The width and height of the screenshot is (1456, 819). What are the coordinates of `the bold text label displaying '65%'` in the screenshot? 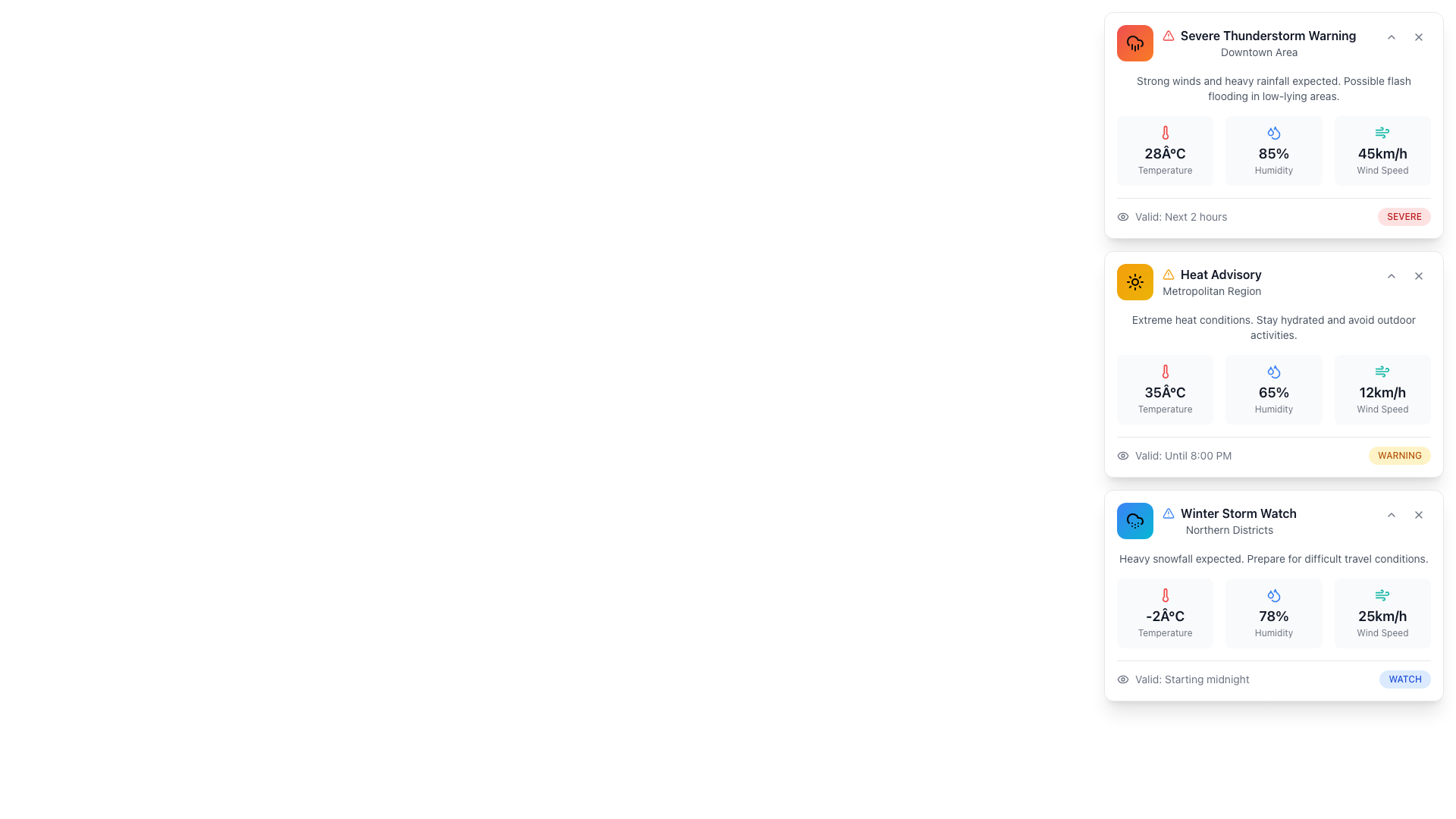 It's located at (1274, 391).